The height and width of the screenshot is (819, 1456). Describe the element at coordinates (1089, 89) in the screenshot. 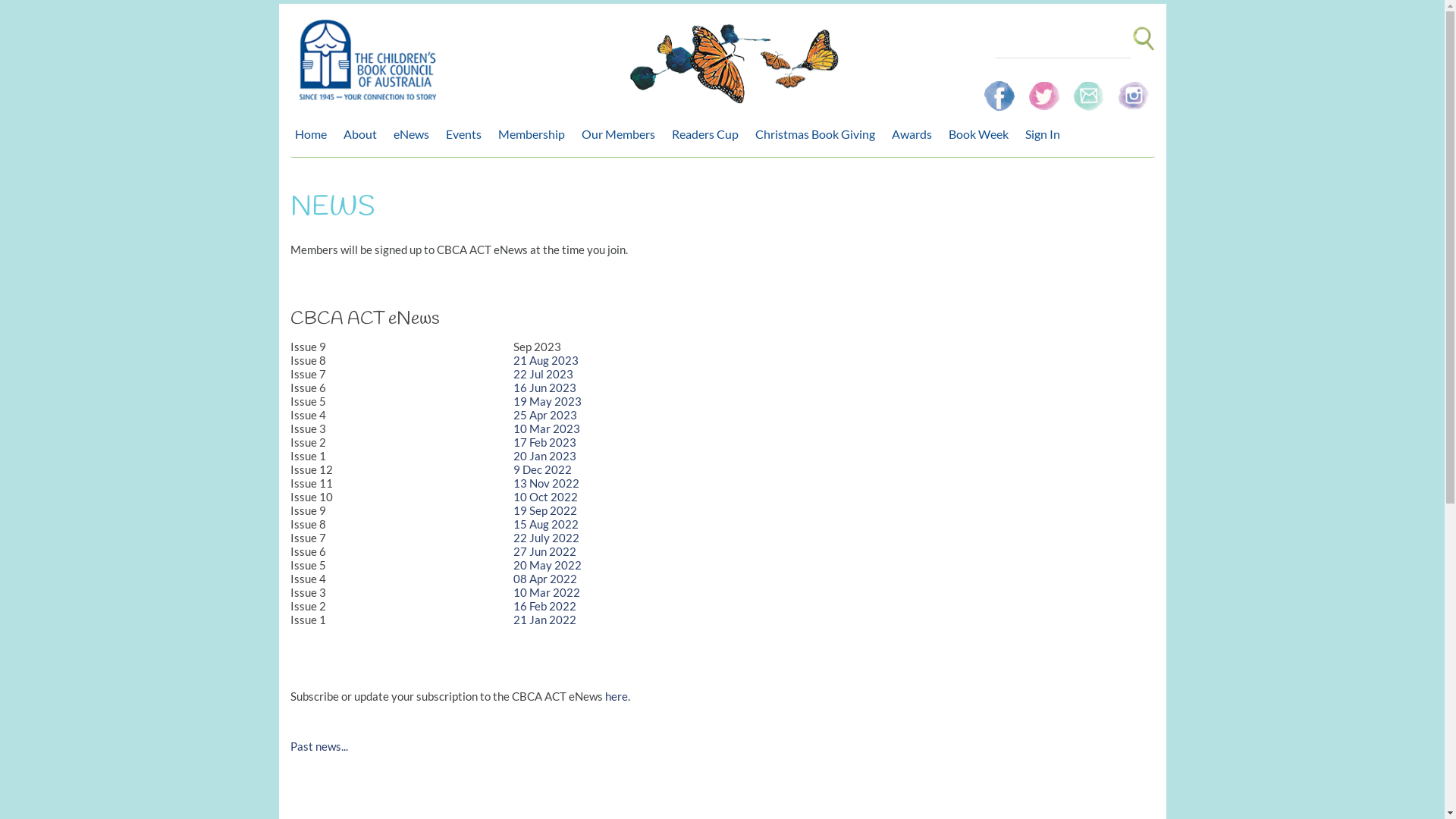

I see `'Email'` at that location.